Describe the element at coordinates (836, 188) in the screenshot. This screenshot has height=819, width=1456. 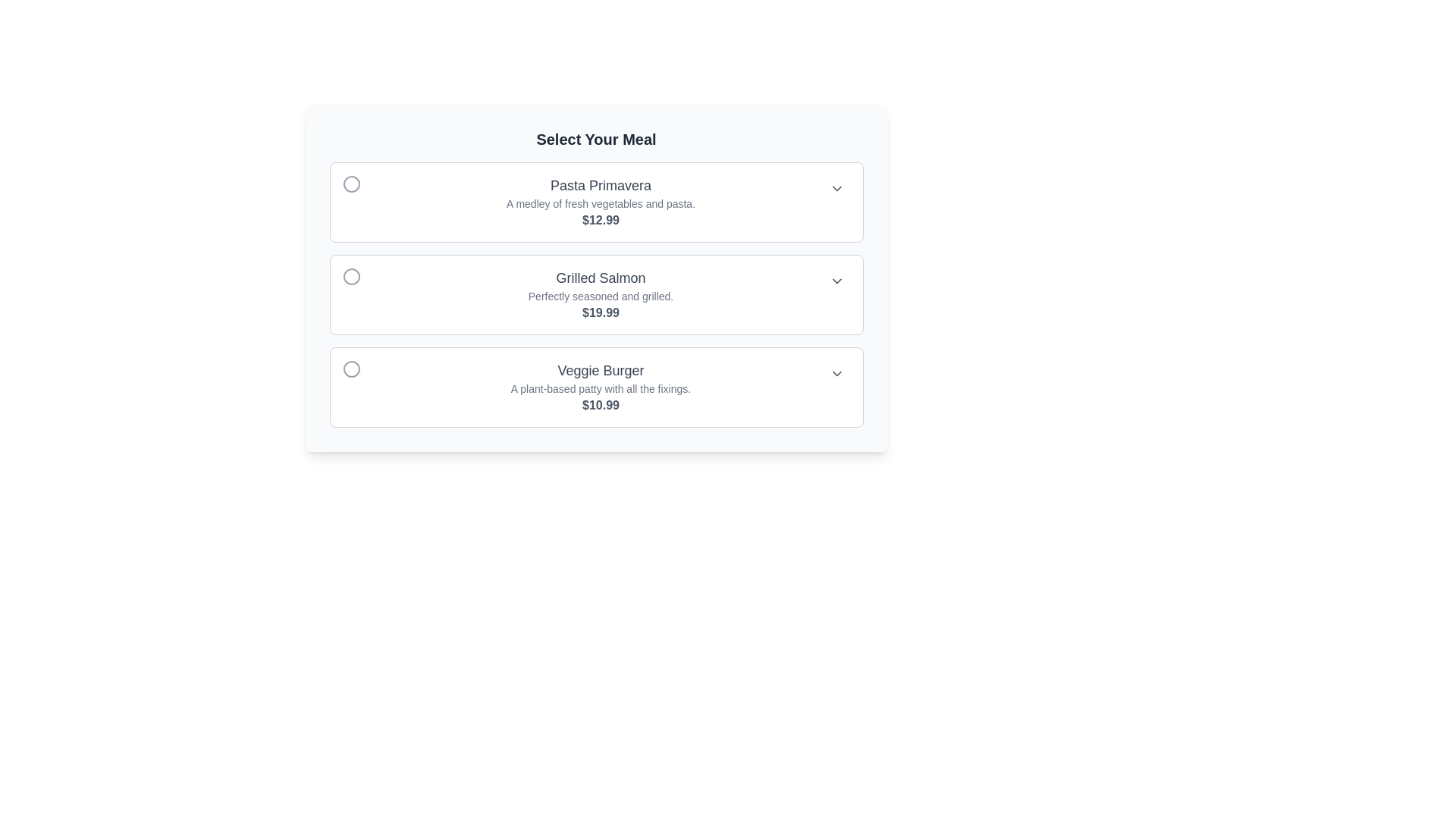
I see `the dropdown toggle button located in the upper-right corner of the 'Pasta Primavera' meal option card` at that location.